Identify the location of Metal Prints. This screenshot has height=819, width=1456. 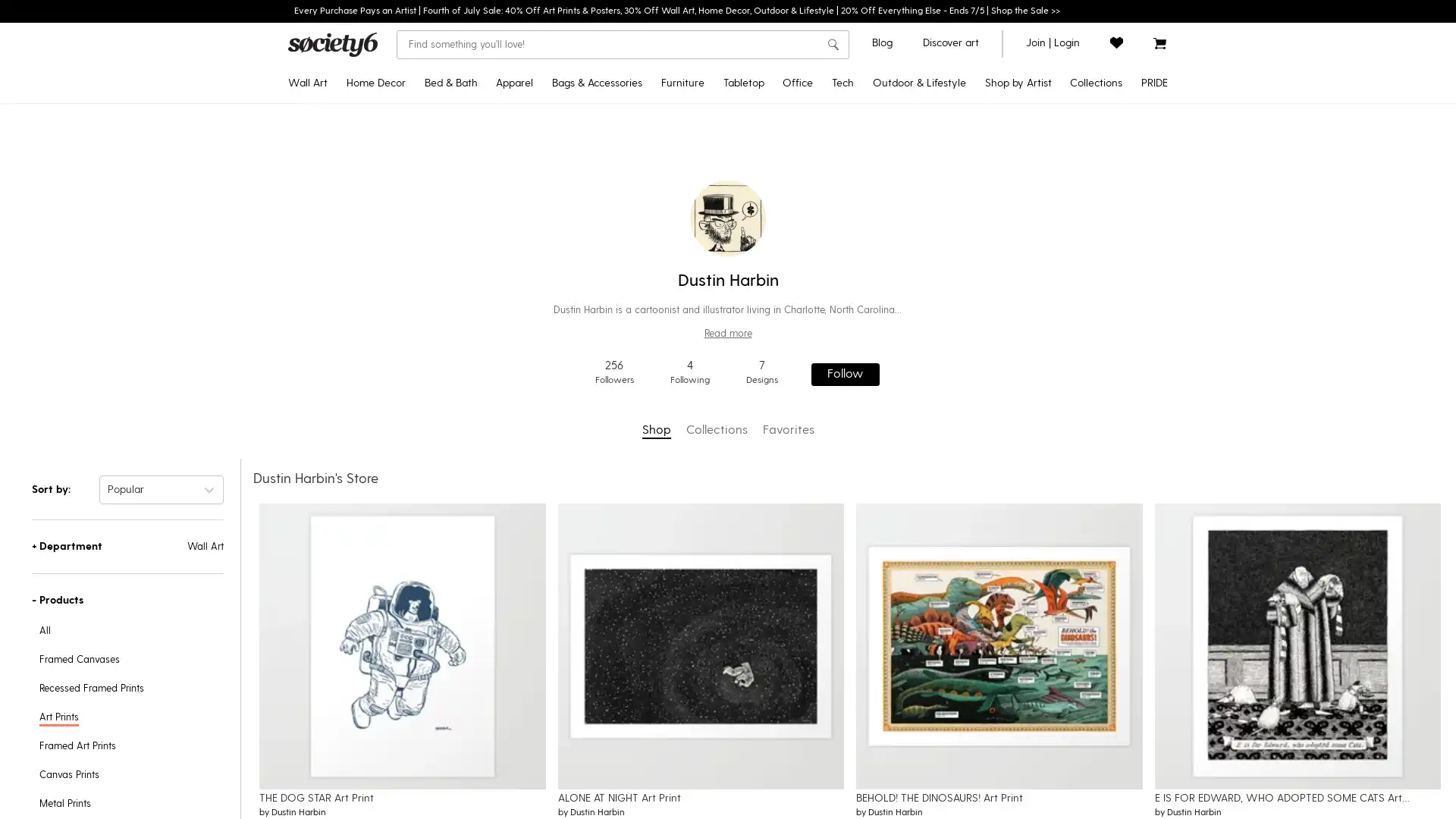
(356, 315).